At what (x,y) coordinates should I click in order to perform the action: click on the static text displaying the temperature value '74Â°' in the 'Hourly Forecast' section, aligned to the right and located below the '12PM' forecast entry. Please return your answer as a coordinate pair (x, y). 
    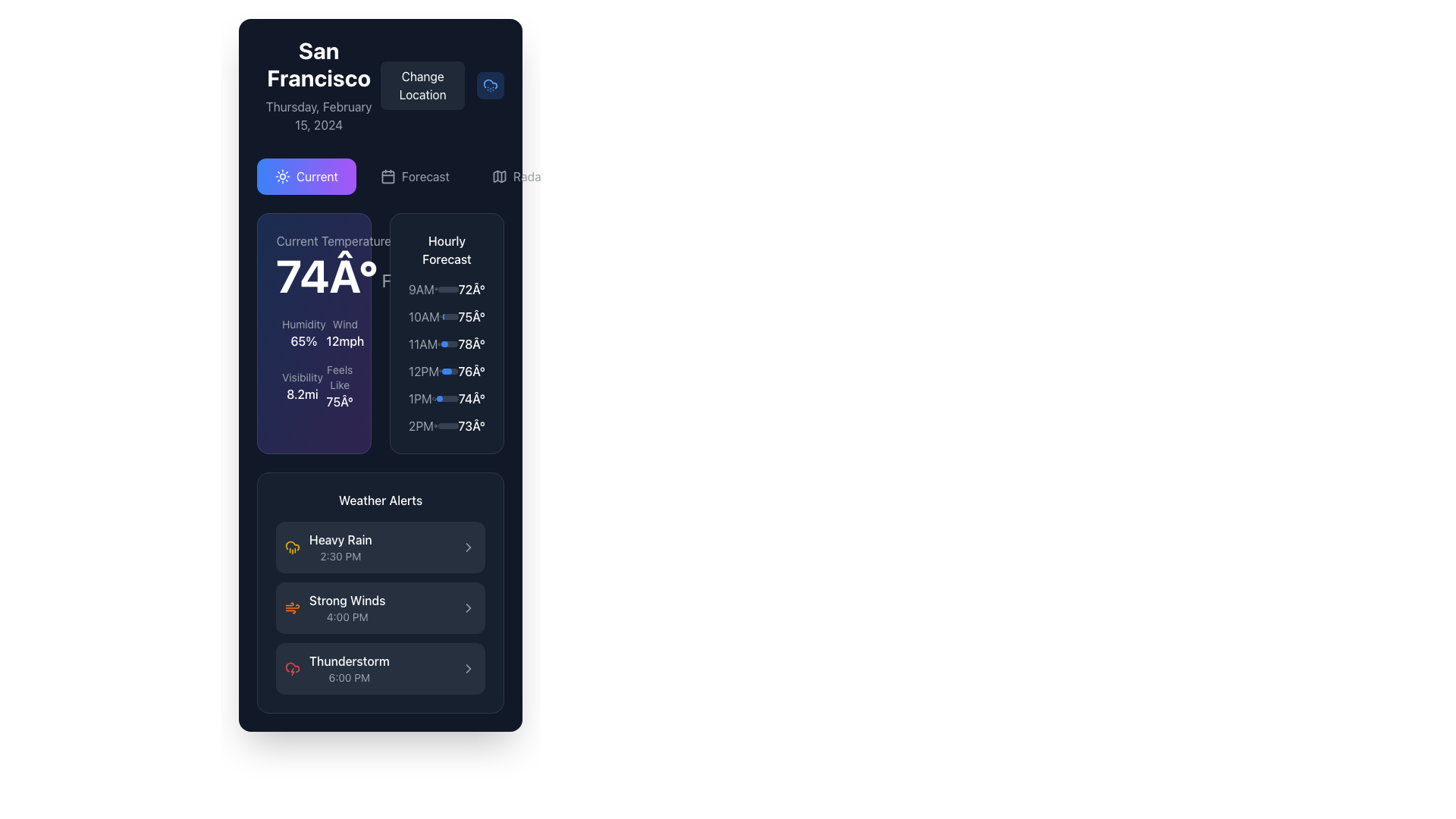
    Looking at the image, I should click on (471, 397).